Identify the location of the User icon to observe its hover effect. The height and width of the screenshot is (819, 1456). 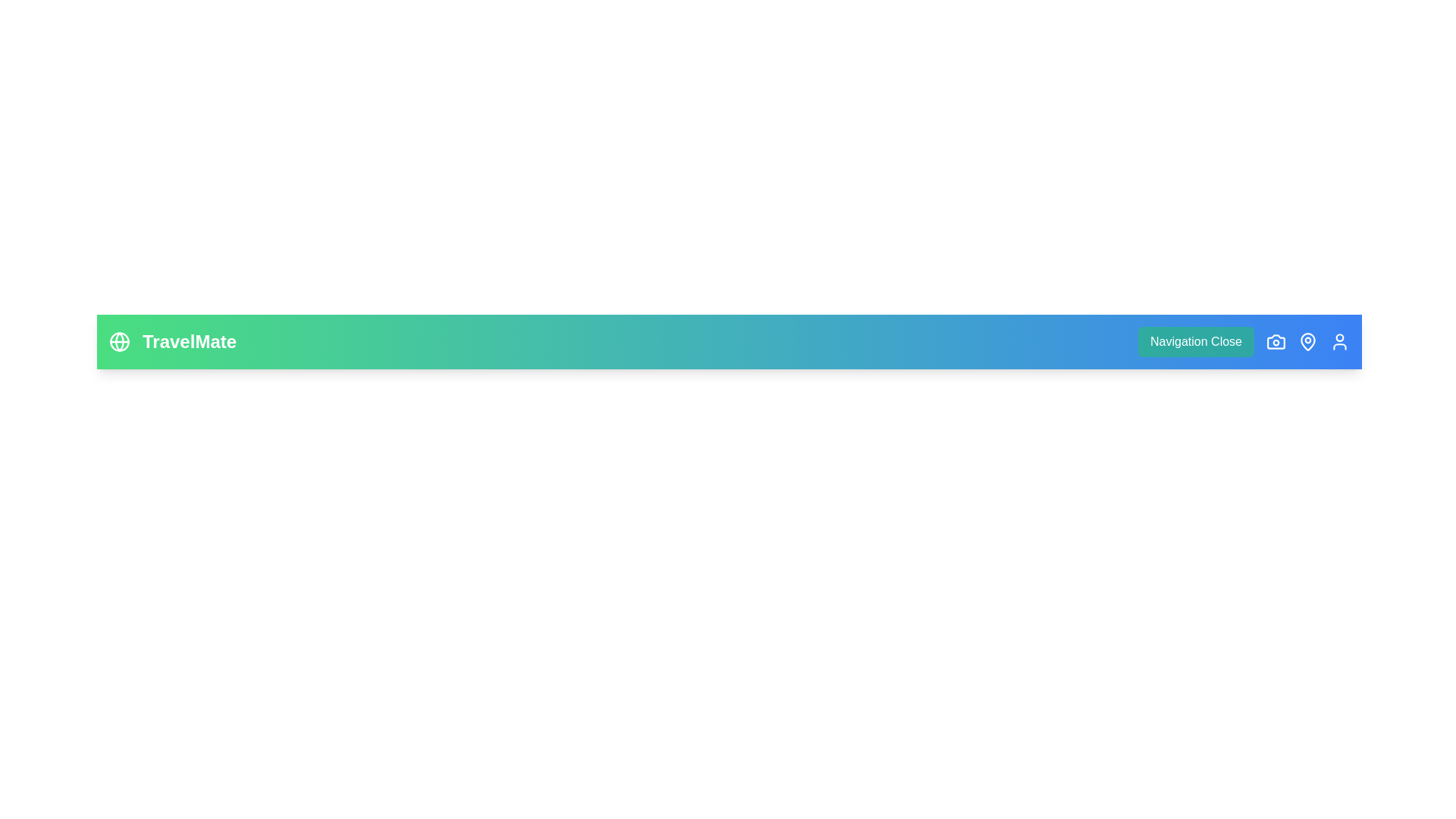
(1339, 342).